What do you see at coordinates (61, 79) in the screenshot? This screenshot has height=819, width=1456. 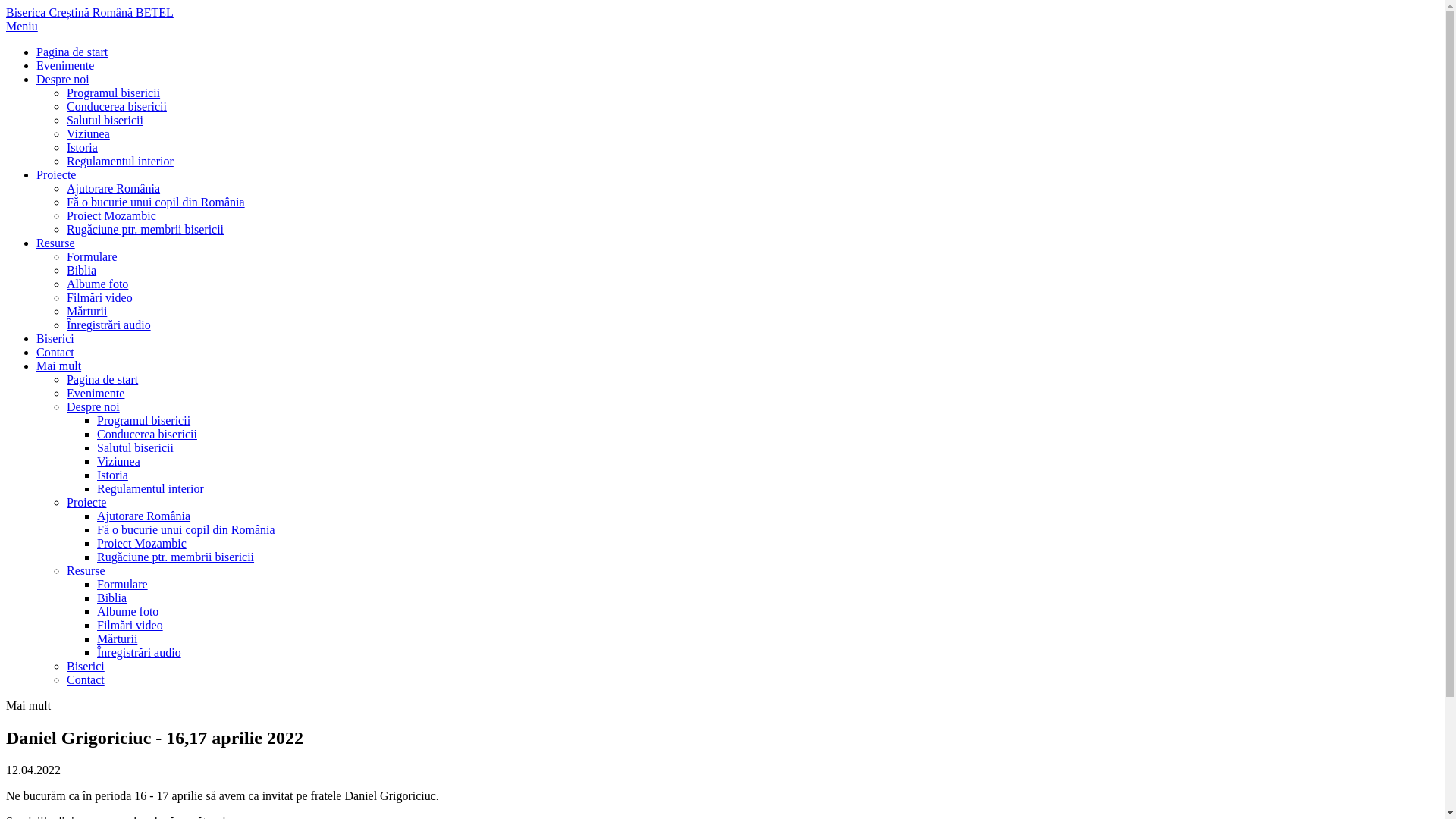 I see `'Despre noi'` at bounding box center [61, 79].